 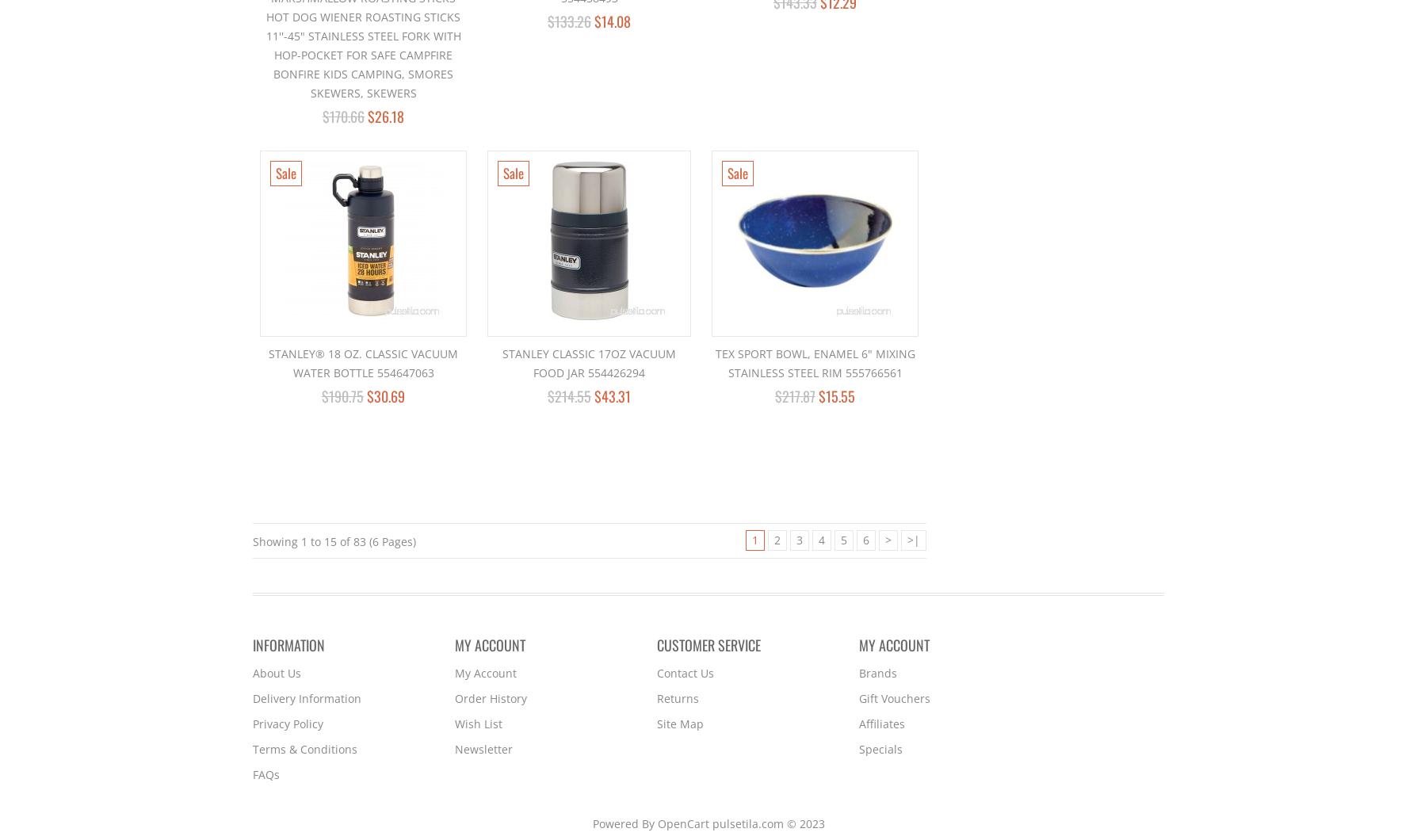 I want to click on '2', so click(x=773, y=539).